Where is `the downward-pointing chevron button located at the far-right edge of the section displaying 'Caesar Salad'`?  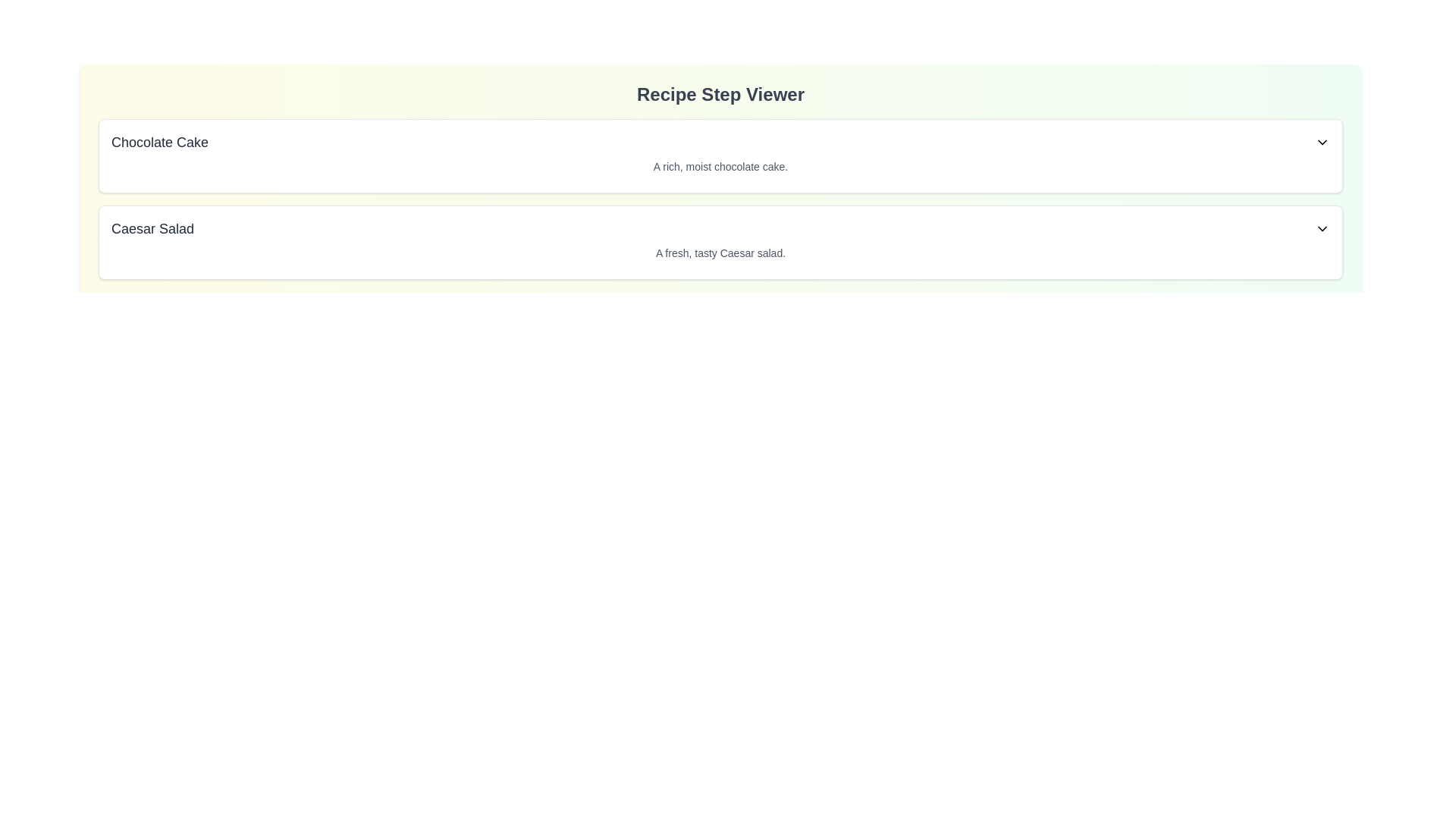
the downward-pointing chevron button located at the far-right edge of the section displaying 'Caesar Salad' is located at coordinates (1321, 228).